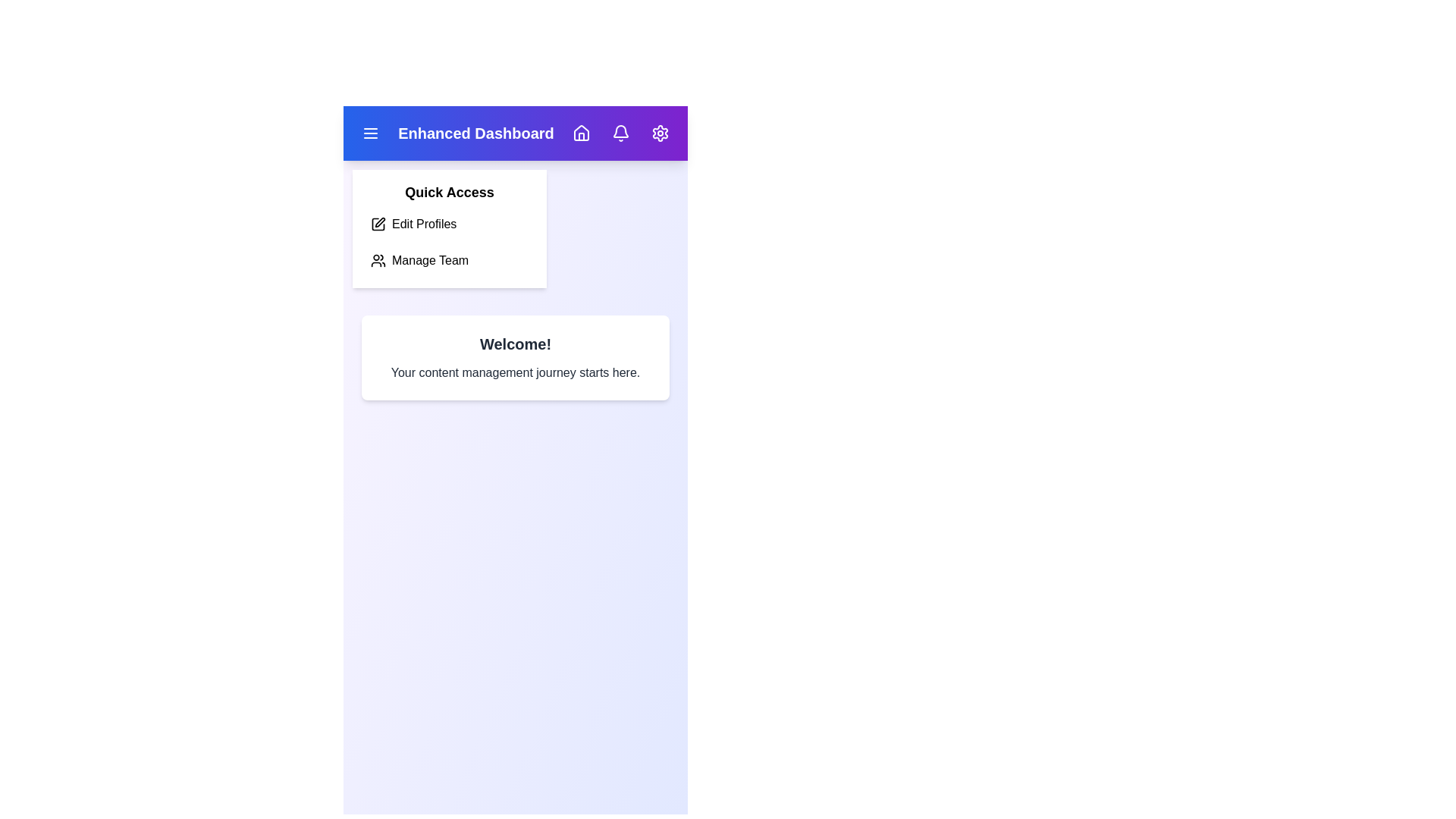  I want to click on the Bell icon to access notifications, so click(621, 133).